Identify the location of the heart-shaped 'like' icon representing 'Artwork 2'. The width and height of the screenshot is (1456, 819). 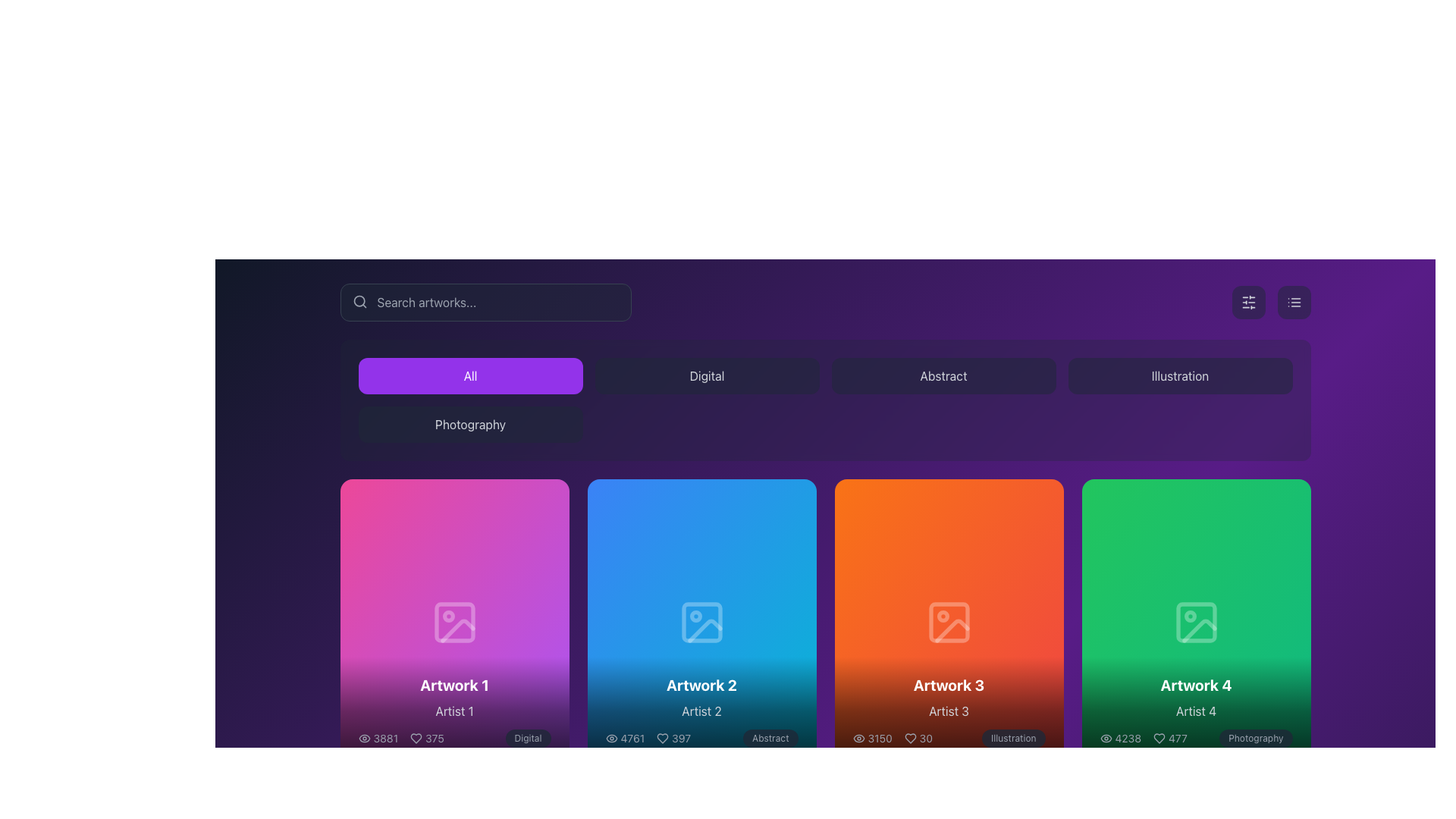
(662, 736).